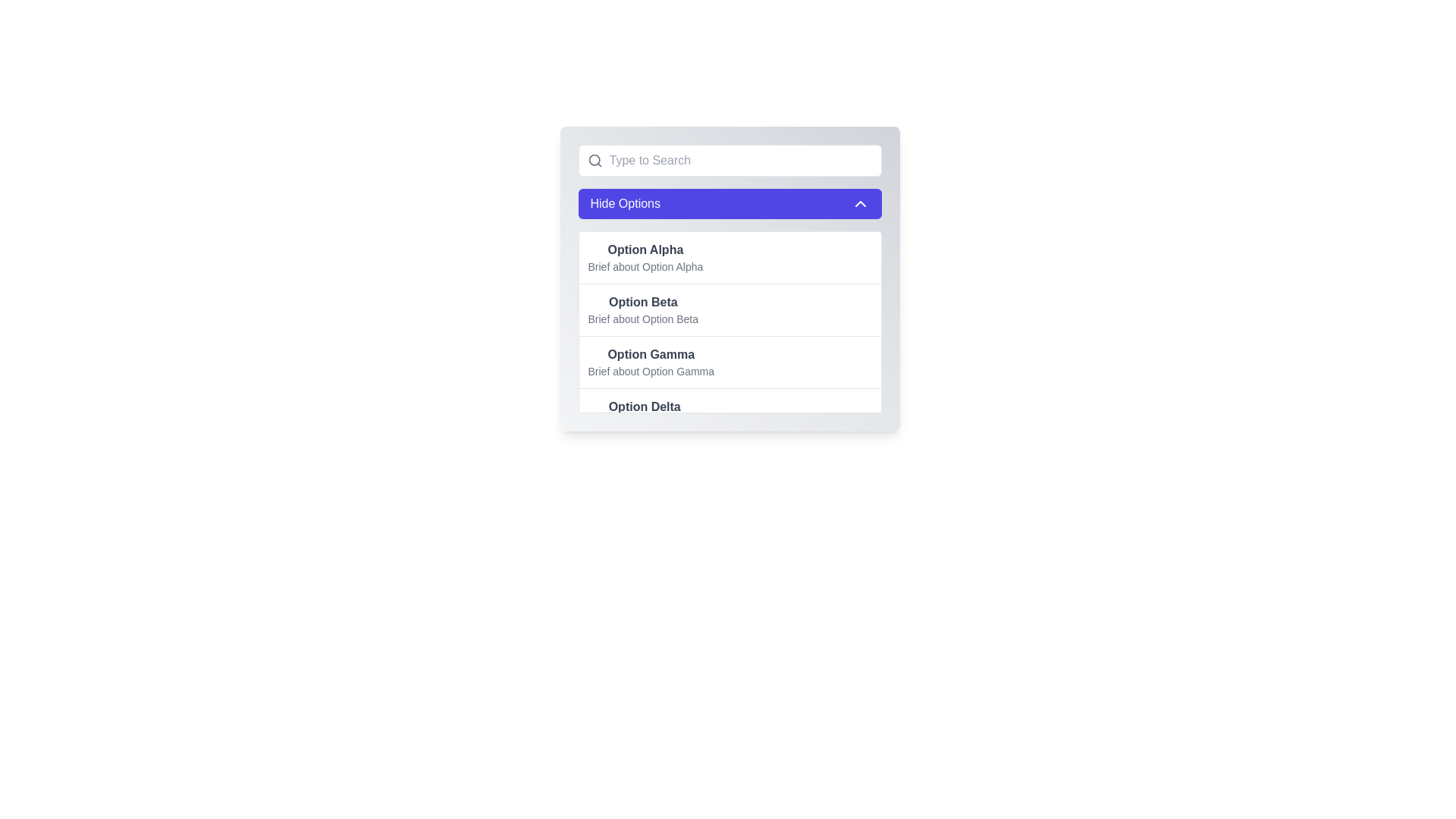  I want to click on the 'Option Alpha' menu item located directly below the 'Hide Options' bar, so click(730, 256).